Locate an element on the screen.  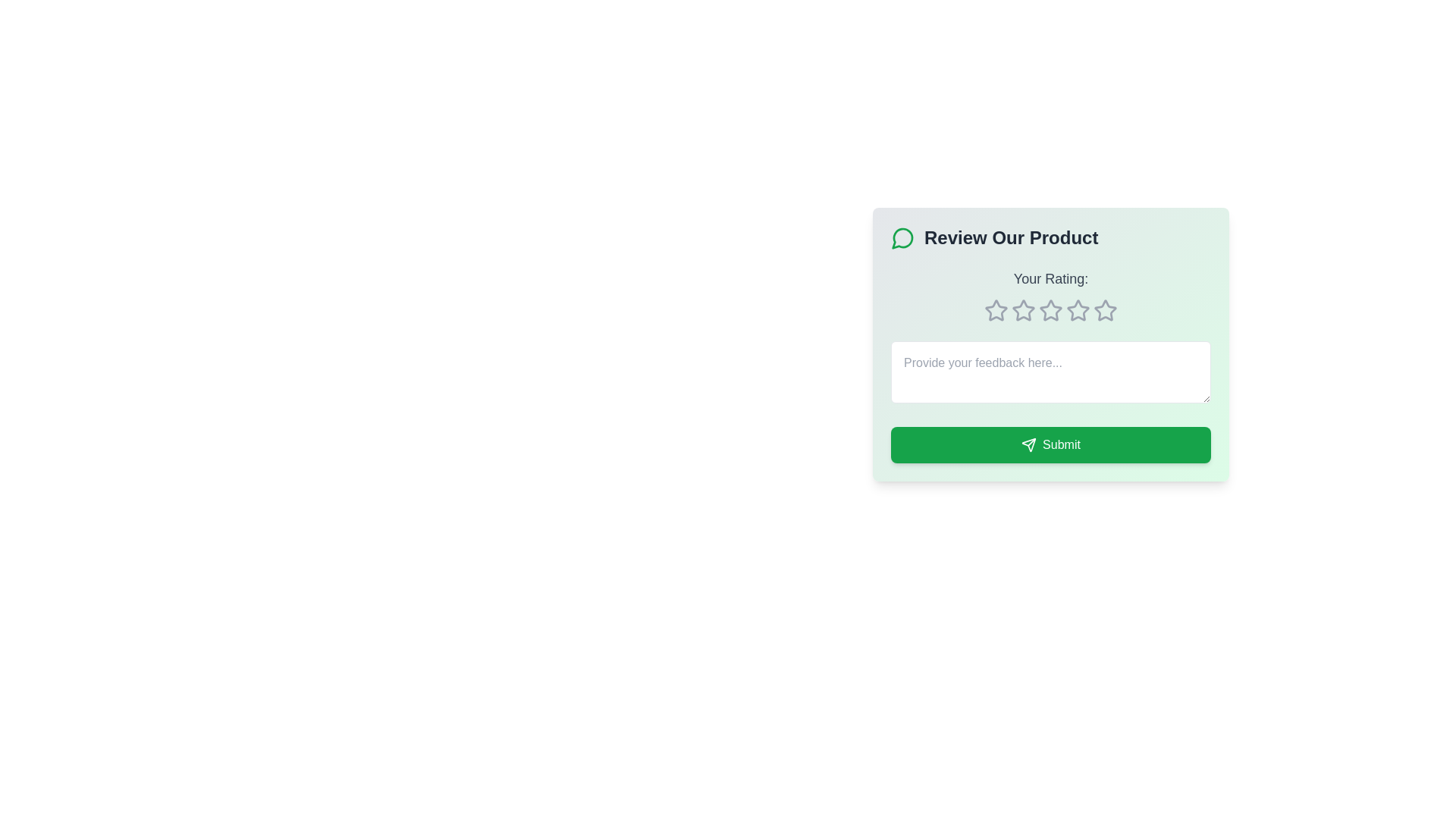
the green 'Submit' button containing the triangular paper plane icon is located at coordinates (1029, 444).